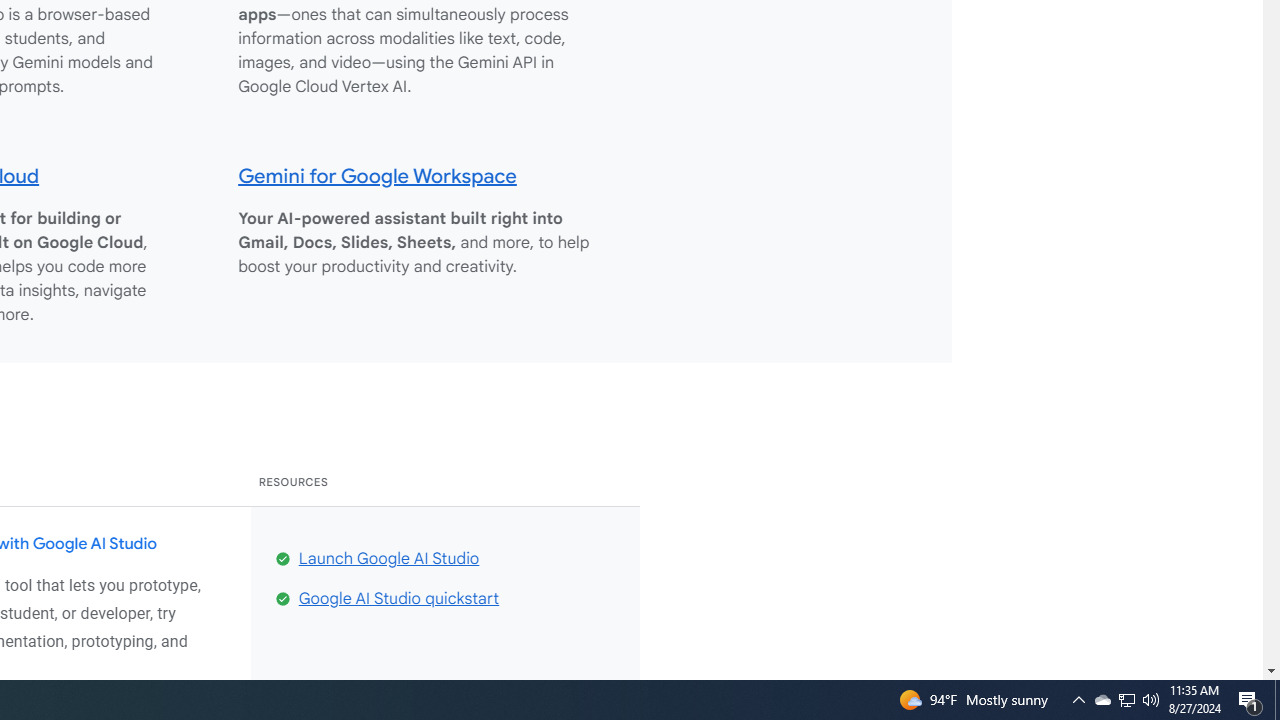  What do you see at coordinates (377, 174) in the screenshot?
I see `'Gemini for Google Workspace'` at bounding box center [377, 174].